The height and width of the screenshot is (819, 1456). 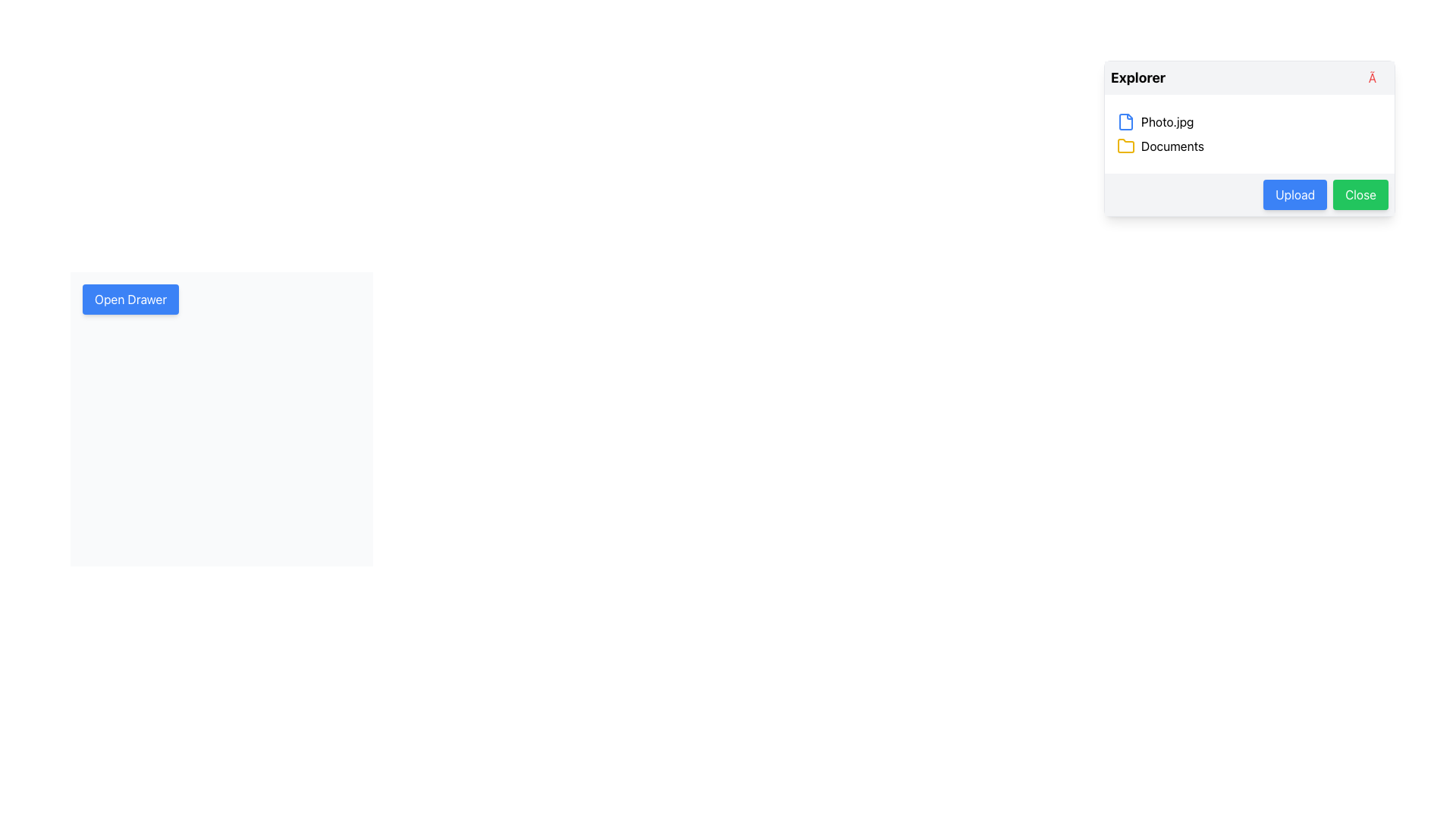 I want to click on the blue file icon representing 'Photo.jpg', which is styled with a rounded rectangle and located immediately to the left of the text, so click(x=1125, y=121).